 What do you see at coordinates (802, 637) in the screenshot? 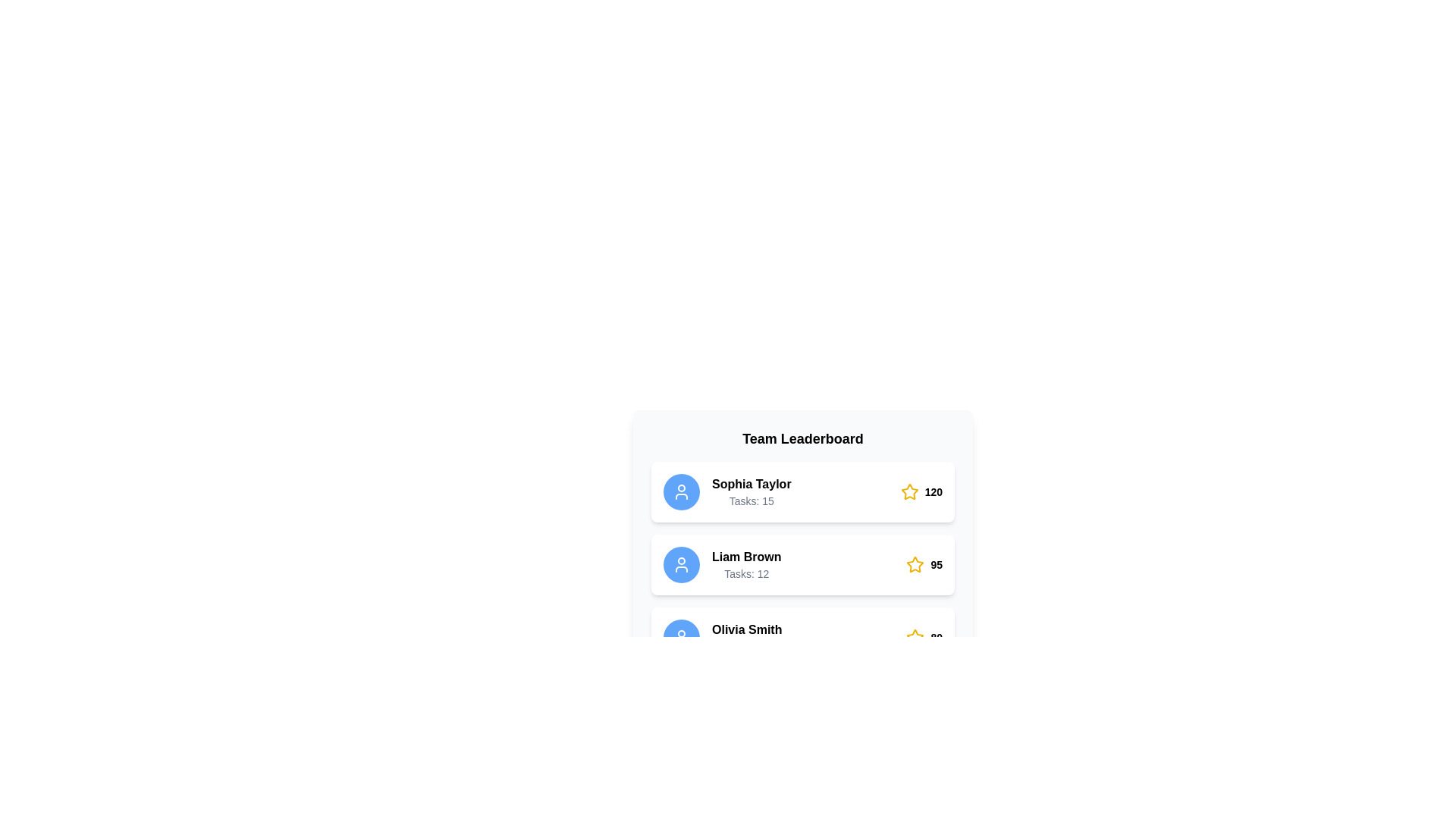
I see `the third Card item` at bounding box center [802, 637].